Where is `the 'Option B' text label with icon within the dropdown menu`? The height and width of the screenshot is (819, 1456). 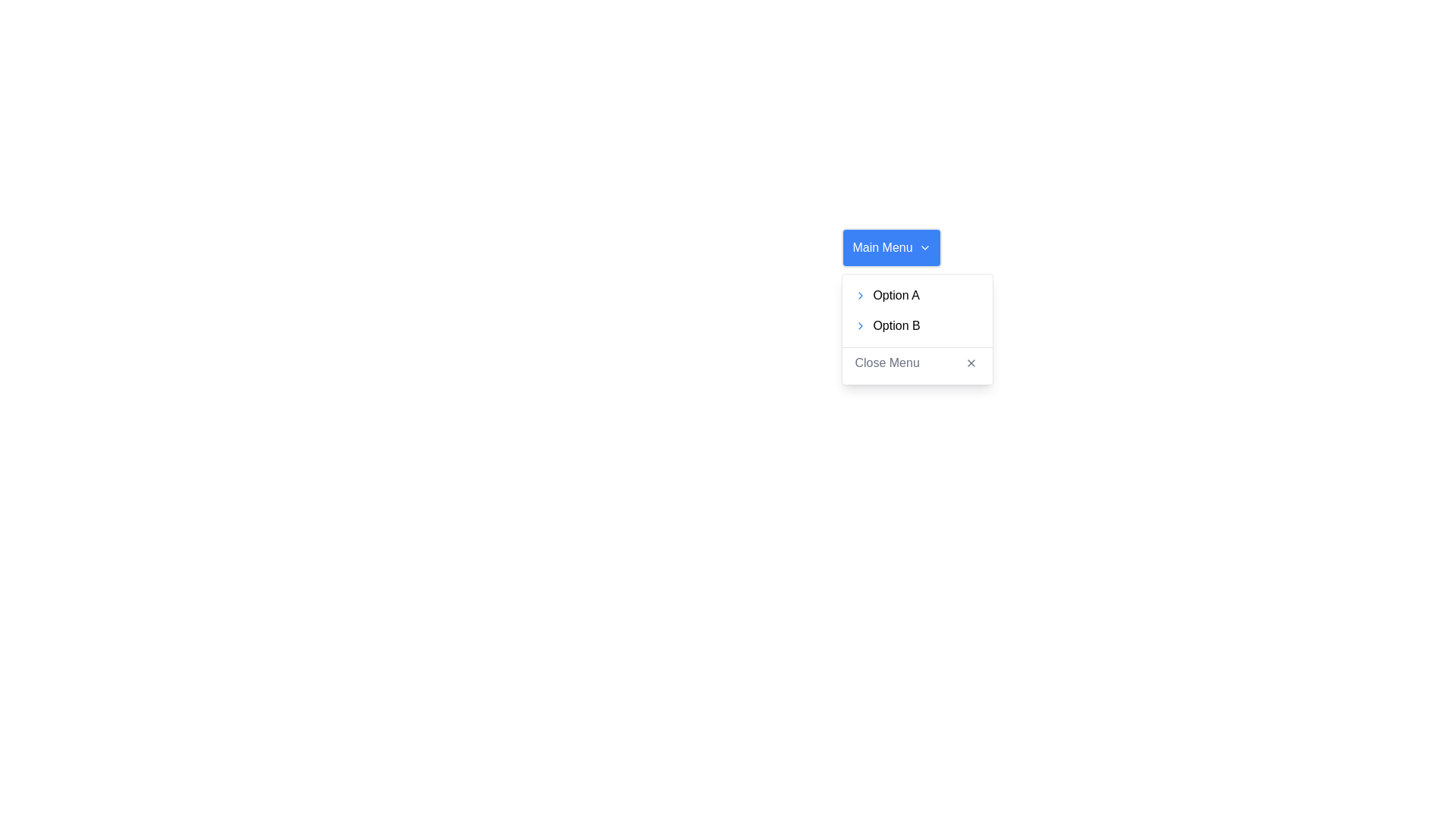
the 'Option B' text label with icon within the dropdown menu is located at coordinates (917, 328).